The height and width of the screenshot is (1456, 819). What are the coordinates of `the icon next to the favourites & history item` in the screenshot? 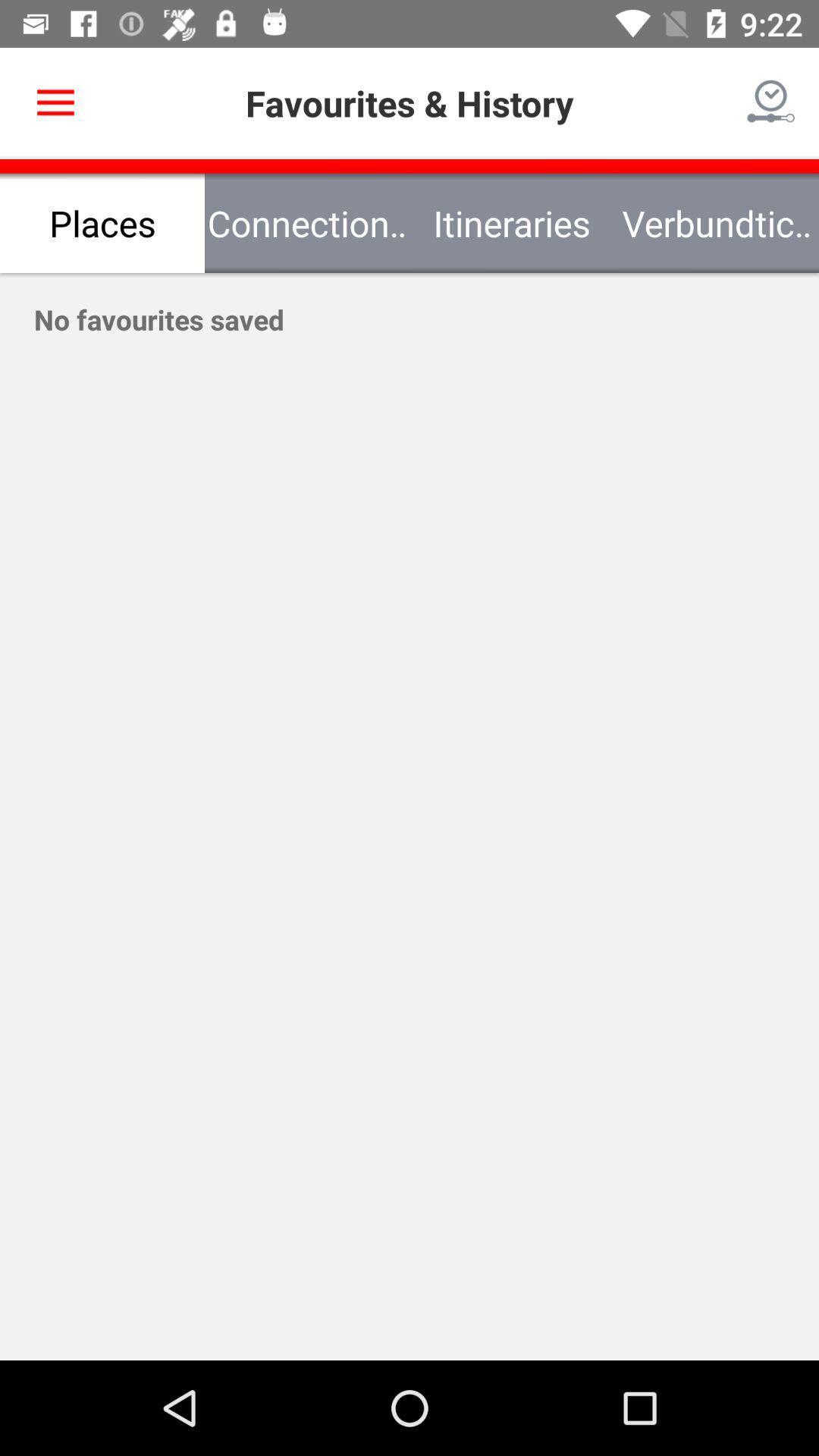 It's located at (771, 102).